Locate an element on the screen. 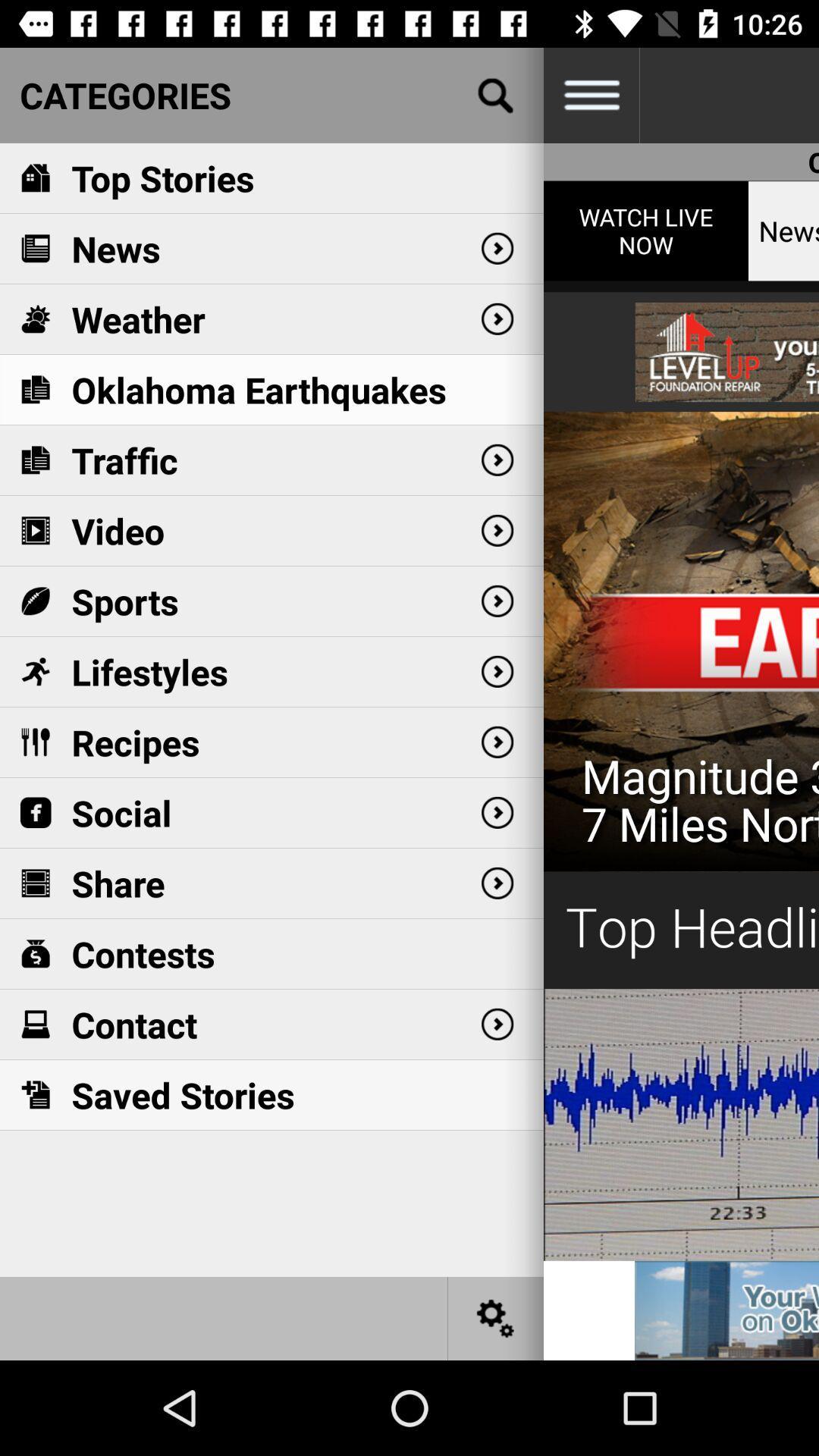  news 9 griffin communications l.l.c is located at coordinates (726, 1310).